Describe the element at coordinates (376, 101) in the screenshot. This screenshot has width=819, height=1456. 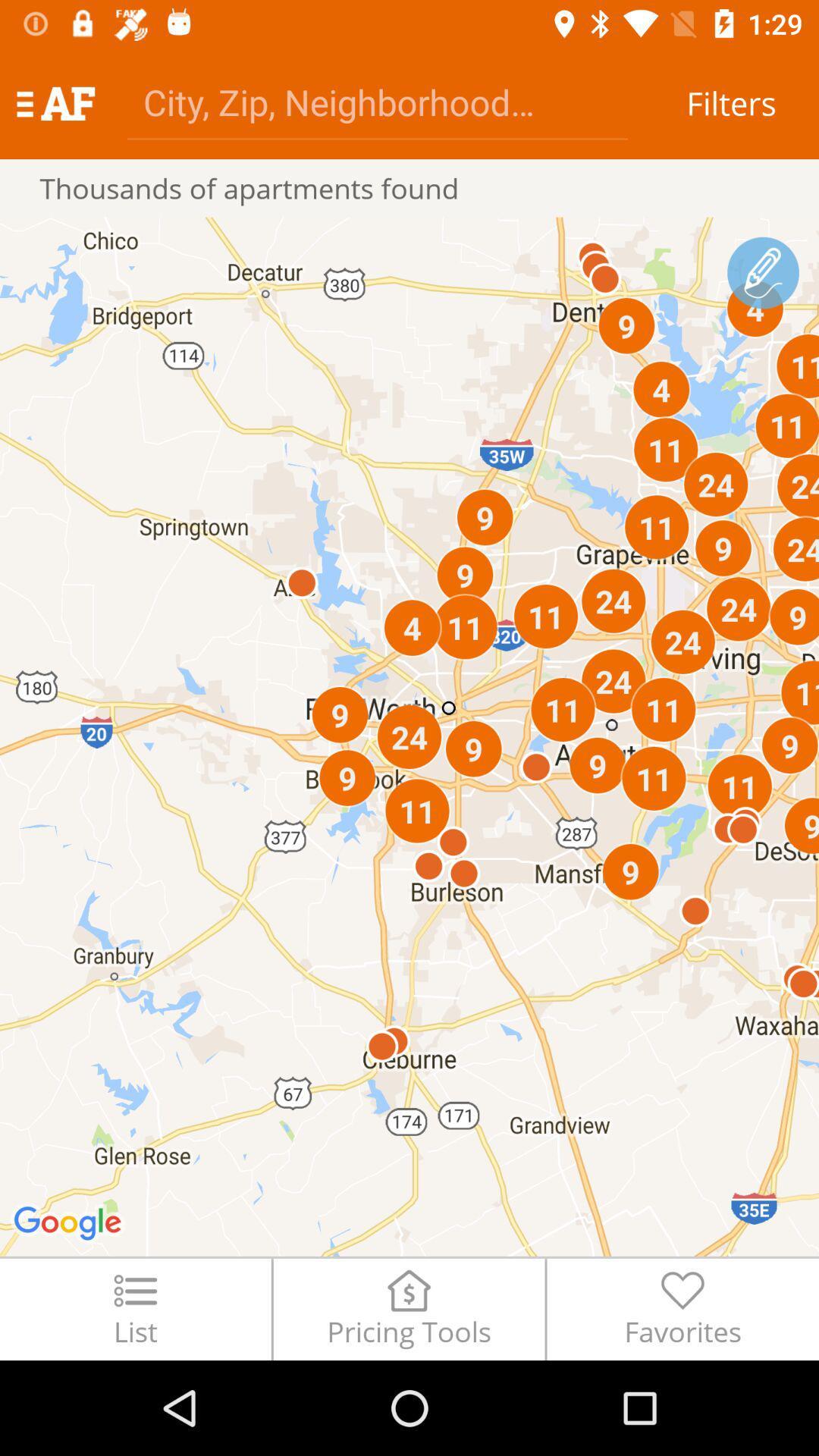
I see `search` at that location.